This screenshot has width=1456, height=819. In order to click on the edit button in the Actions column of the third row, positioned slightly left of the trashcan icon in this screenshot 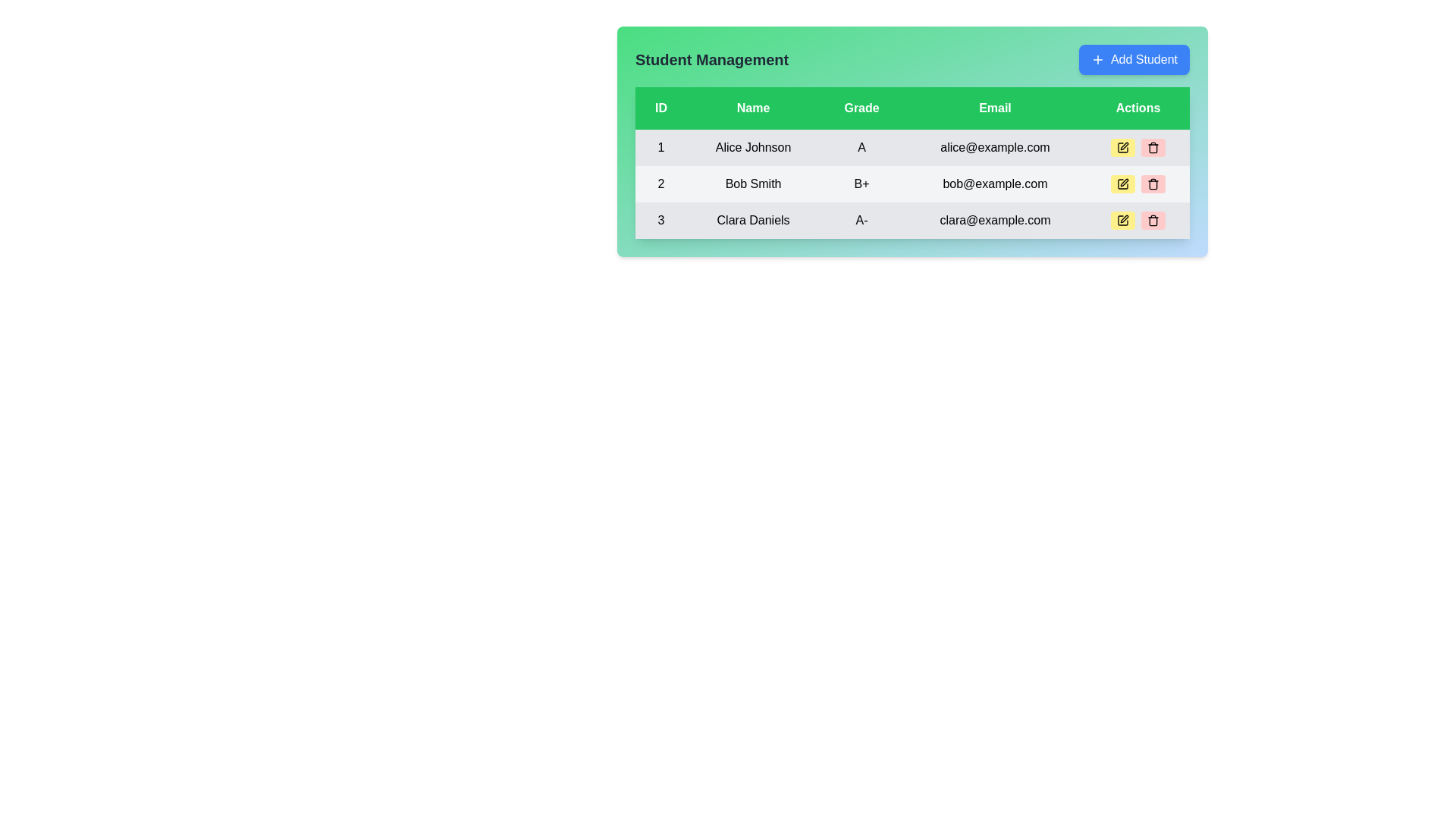, I will do `click(1122, 220)`.